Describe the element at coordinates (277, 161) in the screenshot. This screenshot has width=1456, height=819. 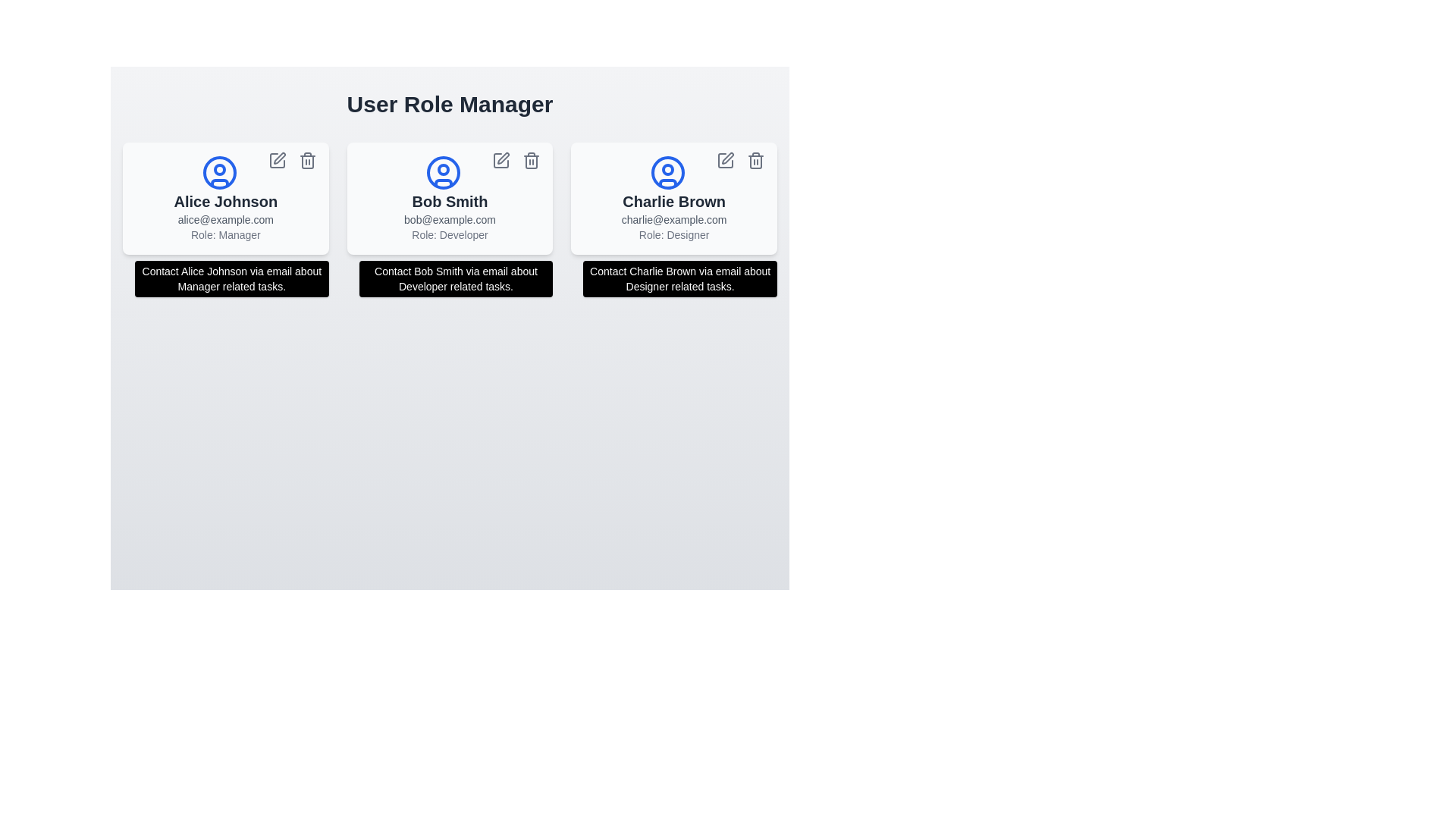
I see `the Icon button located in the top-right corner of the card for 'Alice Johnson'` at that location.